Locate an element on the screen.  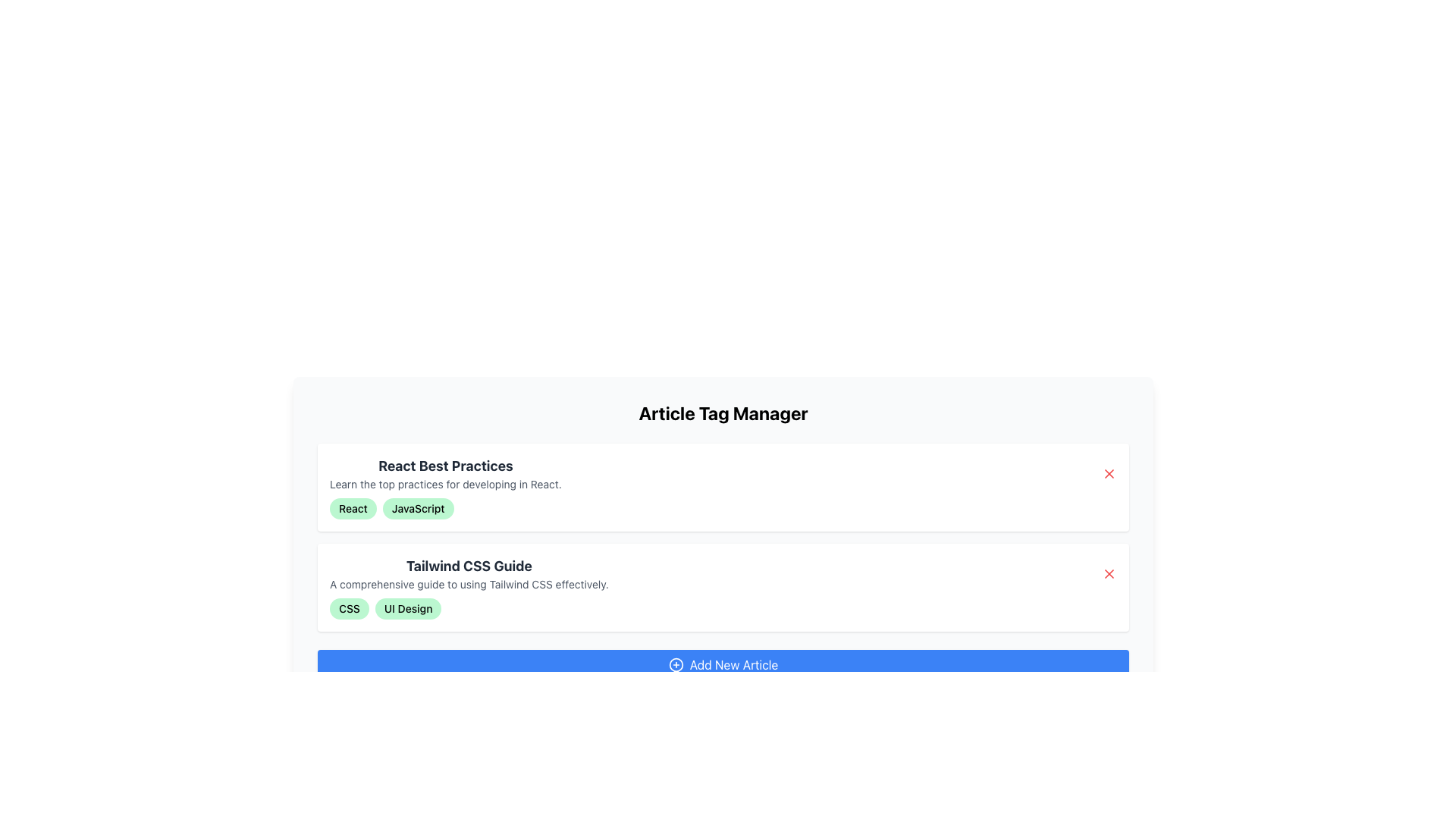
the 'UI Design' label tag, which is a small, horizontally elongated capsule-shaped label with a green background, located in the second row of tags under the 'Tailwind CSS Guide' article is located at coordinates (408, 607).